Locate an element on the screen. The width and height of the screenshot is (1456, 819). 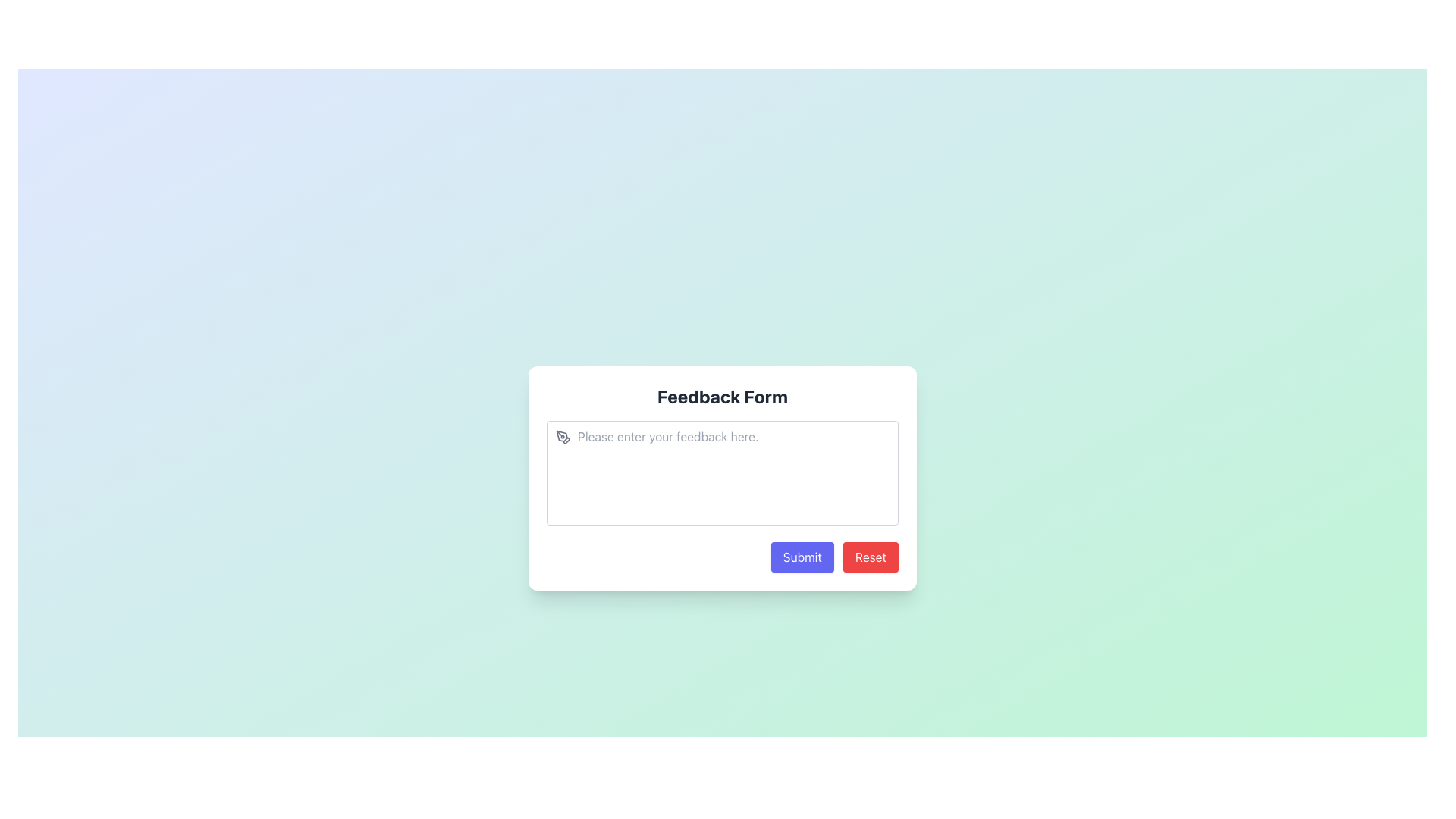
the Text Header of the feedback form located at the top section, which serves as the header indicating the purpose of the form is located at coordinates (722, 396).